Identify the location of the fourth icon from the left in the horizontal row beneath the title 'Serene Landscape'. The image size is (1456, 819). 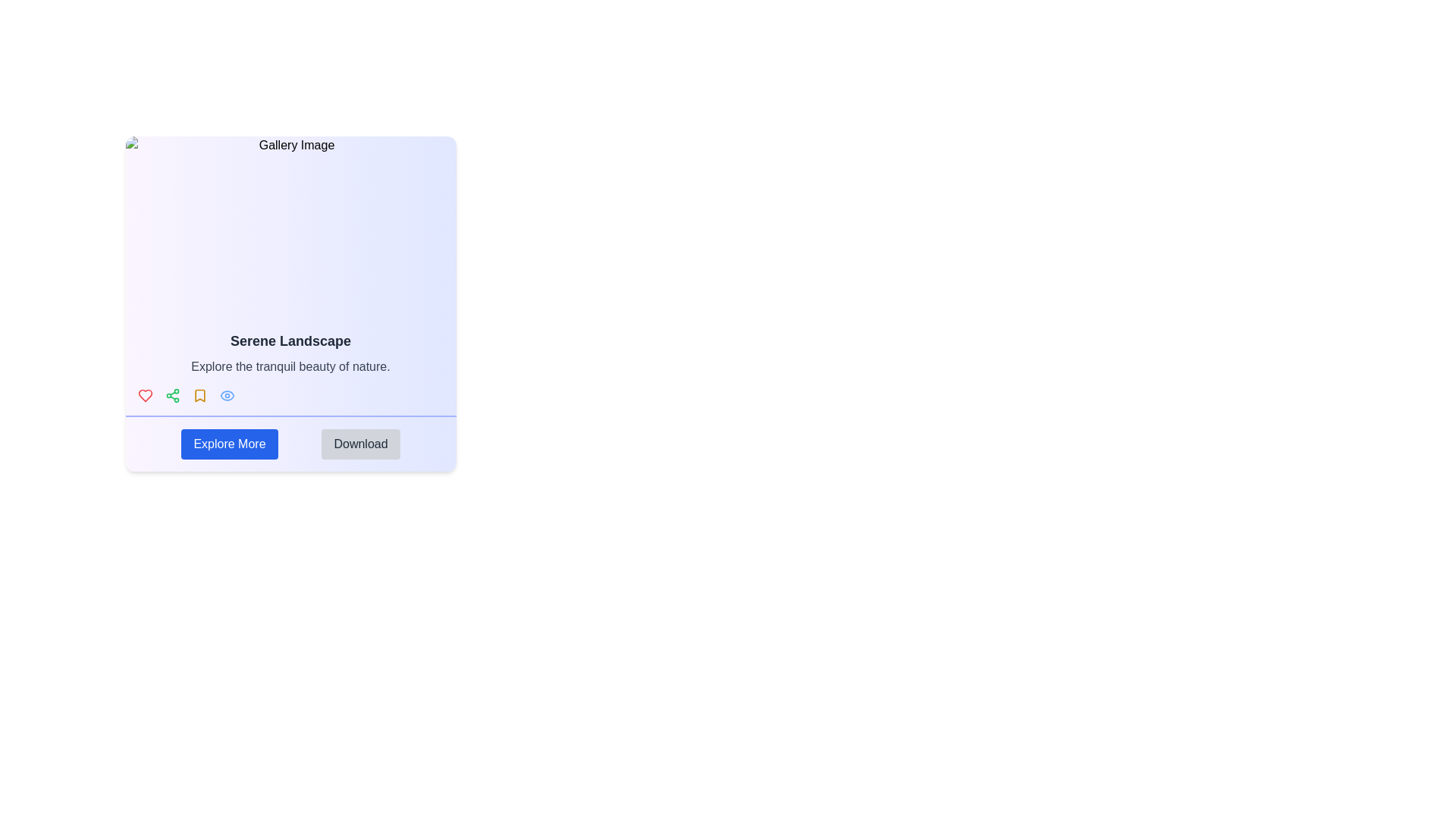
(199, 394).